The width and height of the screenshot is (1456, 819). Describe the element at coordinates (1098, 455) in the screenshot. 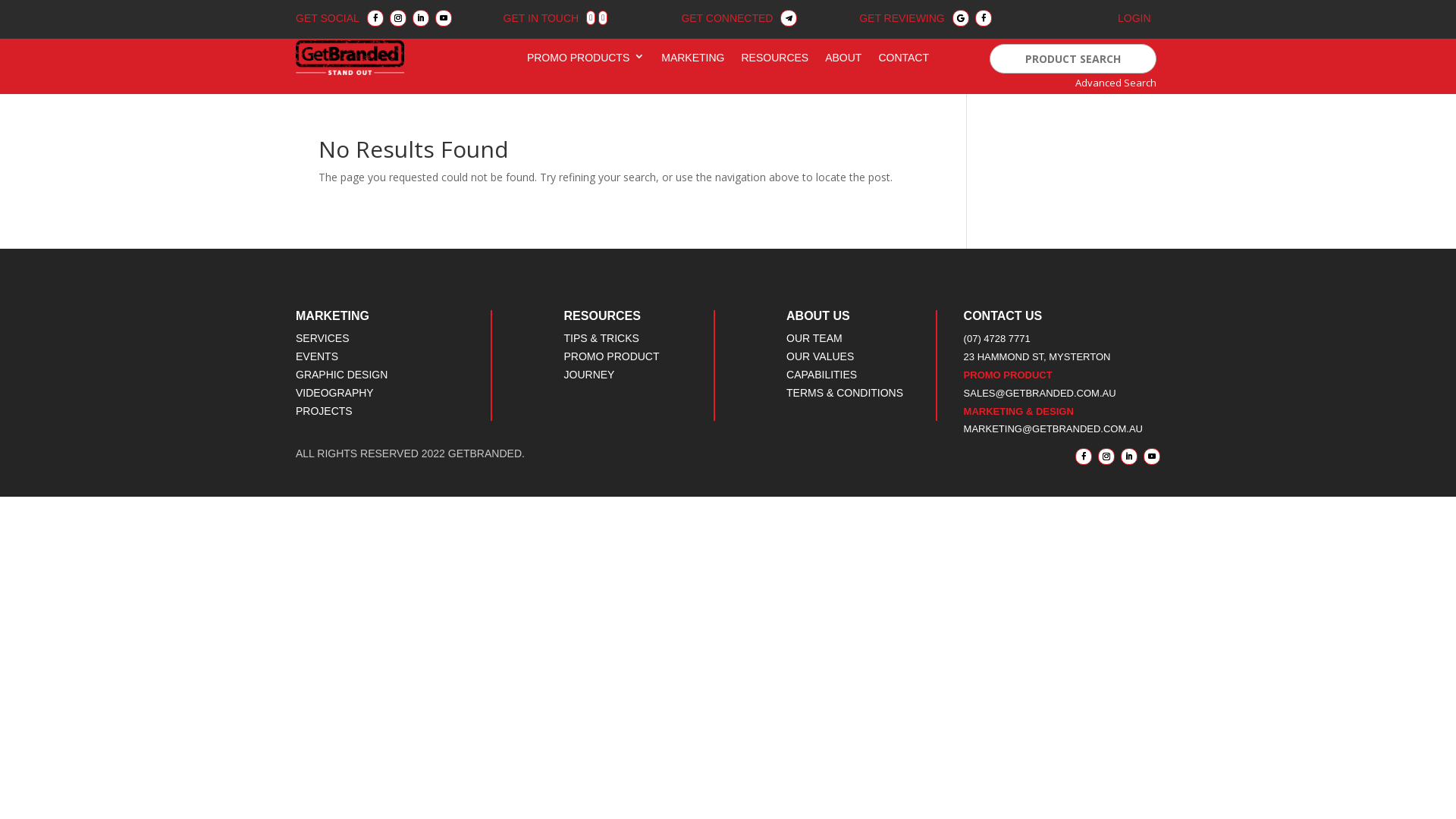

I see `'Follow on Instagram'` at that location.